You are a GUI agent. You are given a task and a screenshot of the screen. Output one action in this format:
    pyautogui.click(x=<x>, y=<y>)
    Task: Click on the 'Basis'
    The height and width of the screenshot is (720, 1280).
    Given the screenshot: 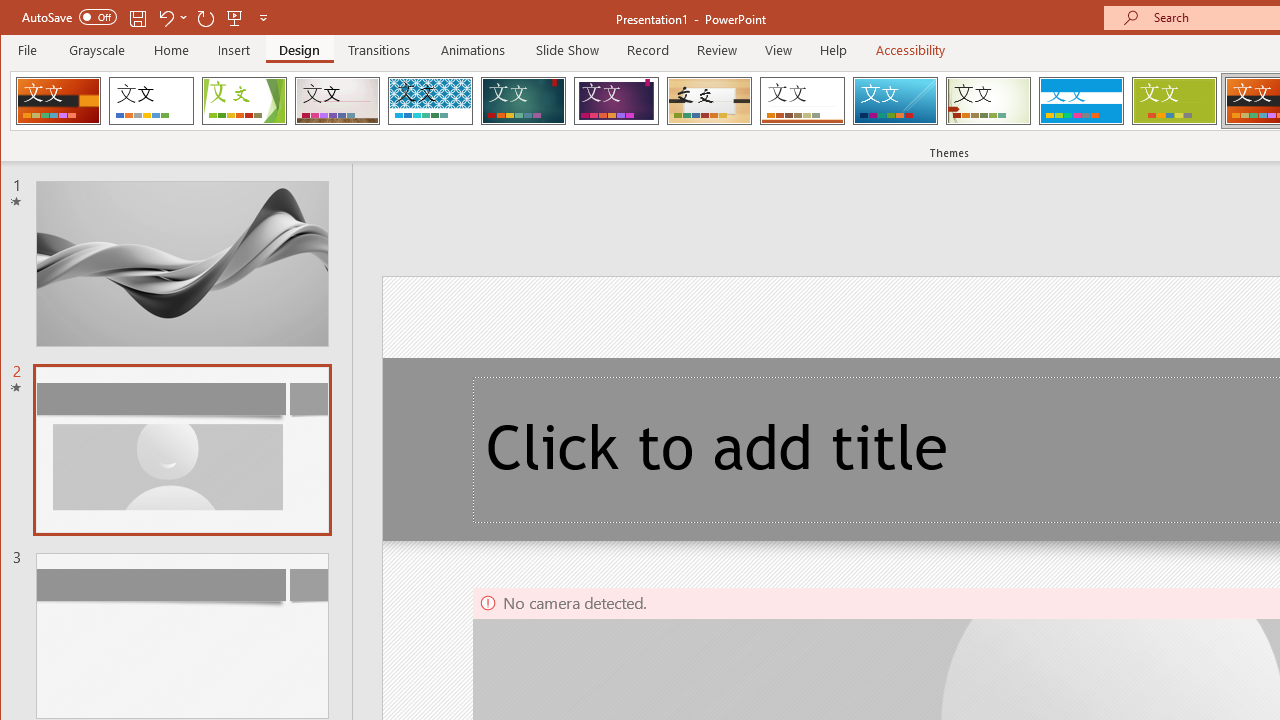 What is the action you would take?
    pyautogui.click(x=1174, y=100)
    